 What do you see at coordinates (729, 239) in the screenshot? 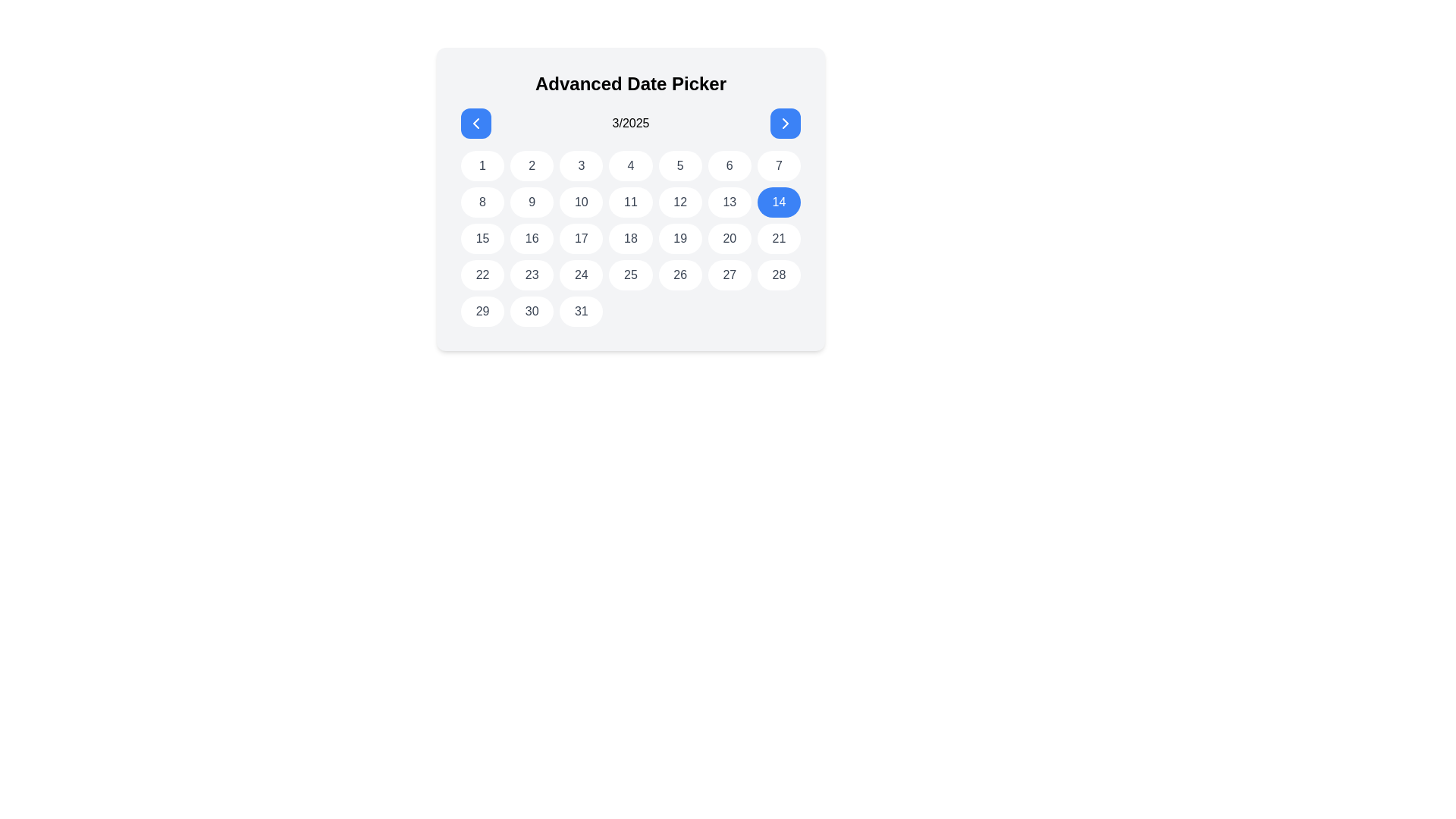
I see `the selectable day button in the calendar, which is the sixth item in the fourth row of a 7-column grid` at bounding box center [729, 239].